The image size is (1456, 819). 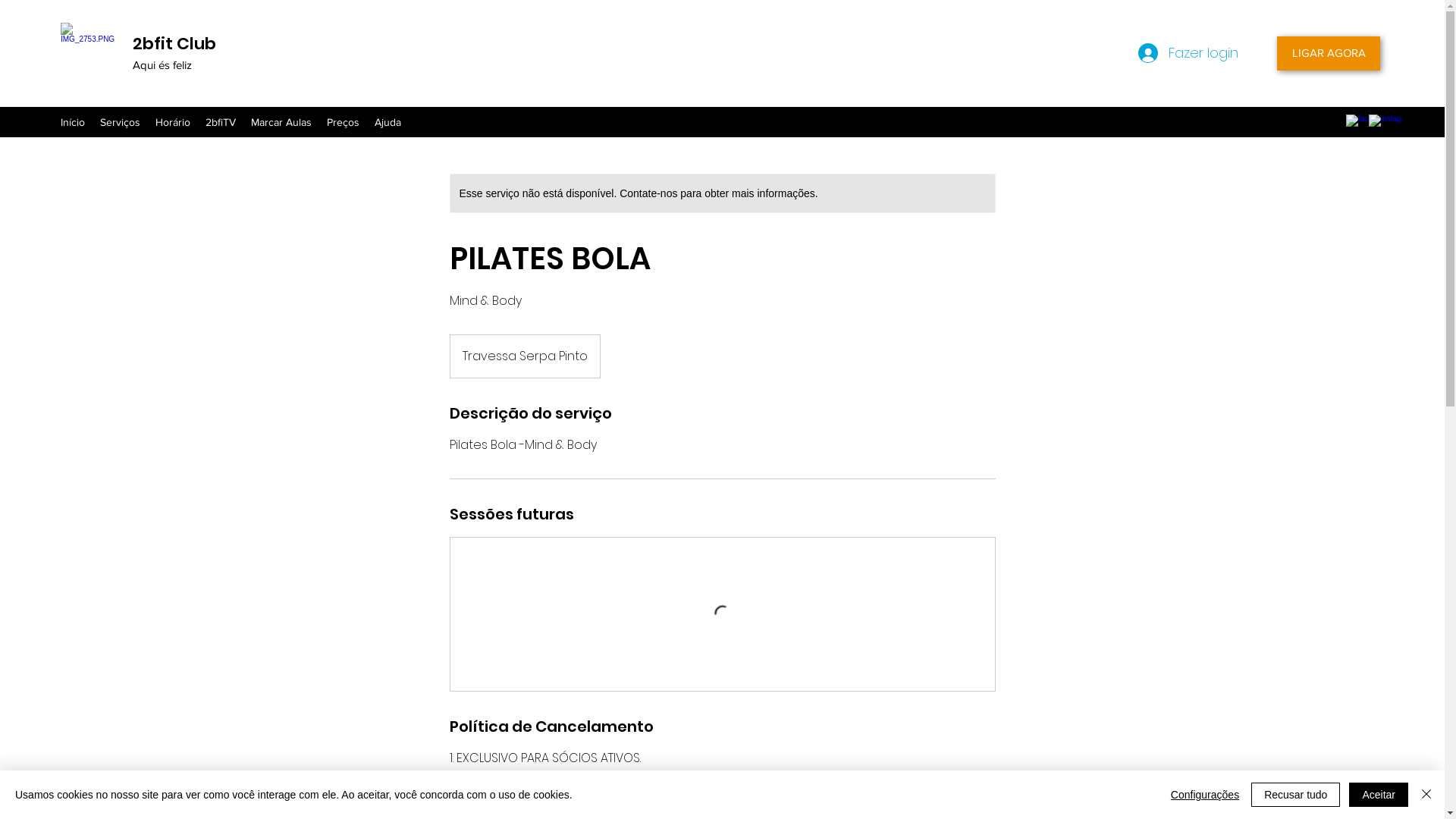 I want to click on 'LIGAR AGORA', so click(x=1328, y=52).